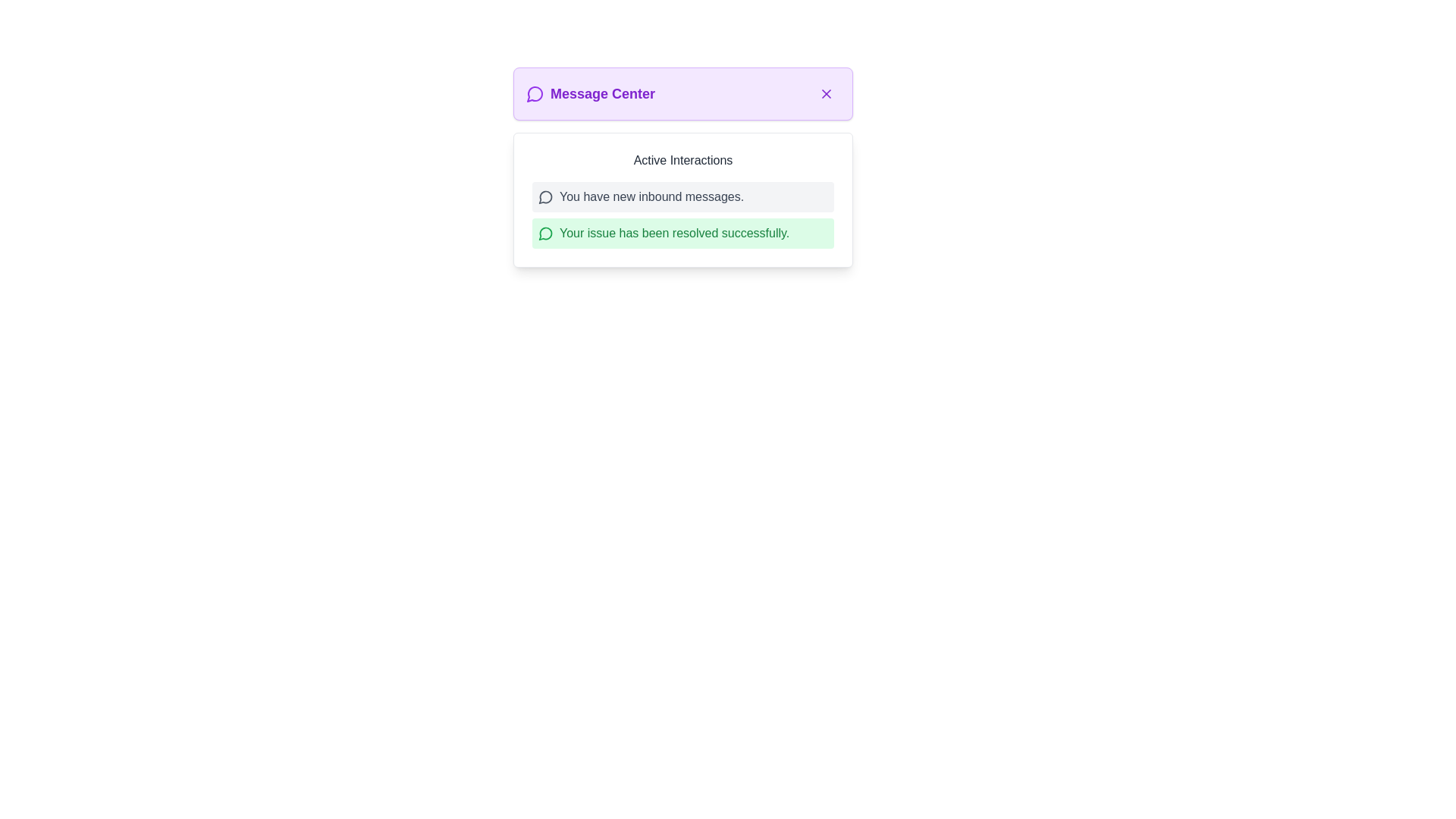  I want to click on the green speech bubble icon located on the left side of the notification message 'Your issue has been resolved successfully.' in the Active Interactions section, so click(546, 234).